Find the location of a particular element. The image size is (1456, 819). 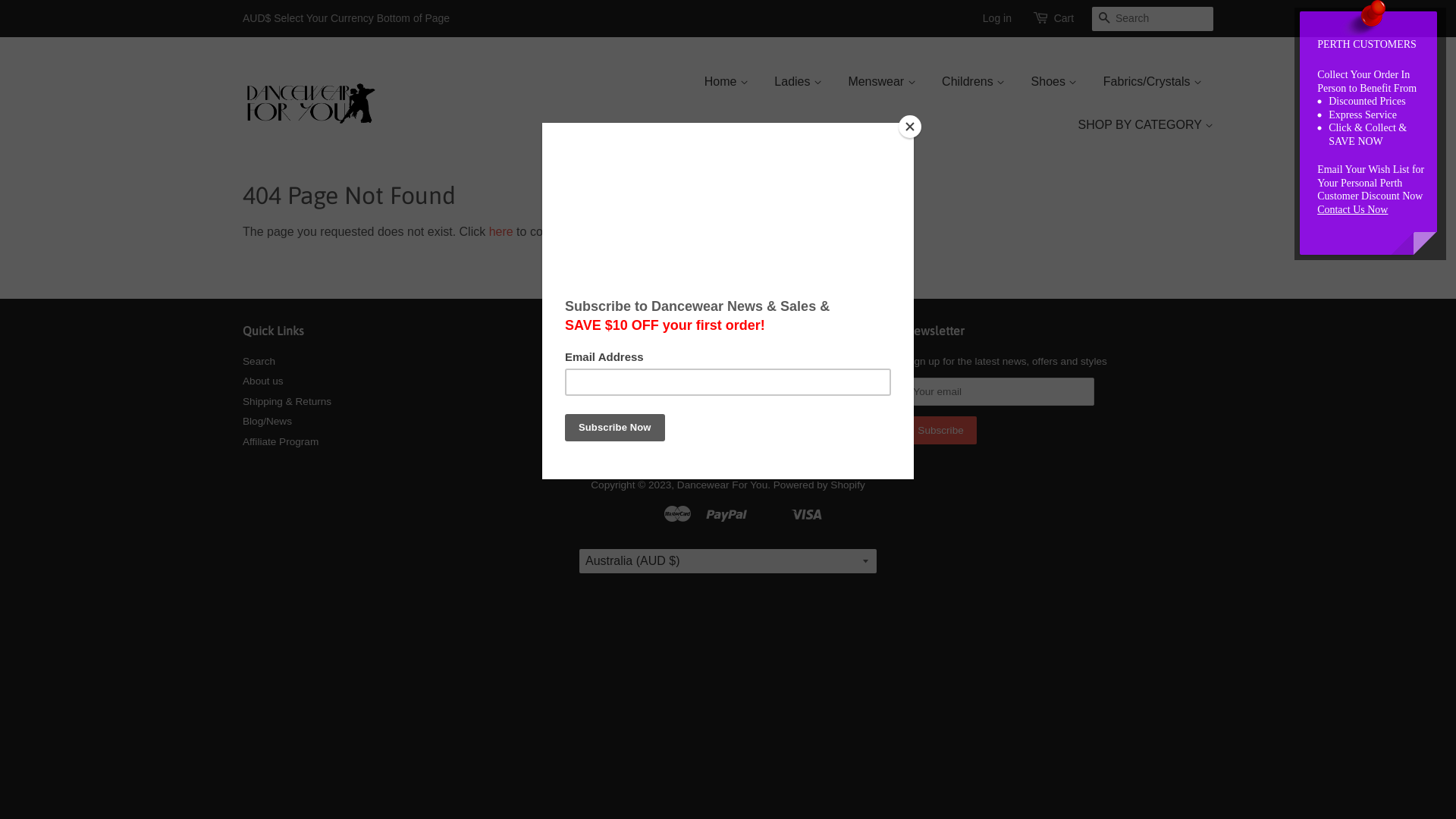

'Subscribe' is located at coordinates (939, 430).